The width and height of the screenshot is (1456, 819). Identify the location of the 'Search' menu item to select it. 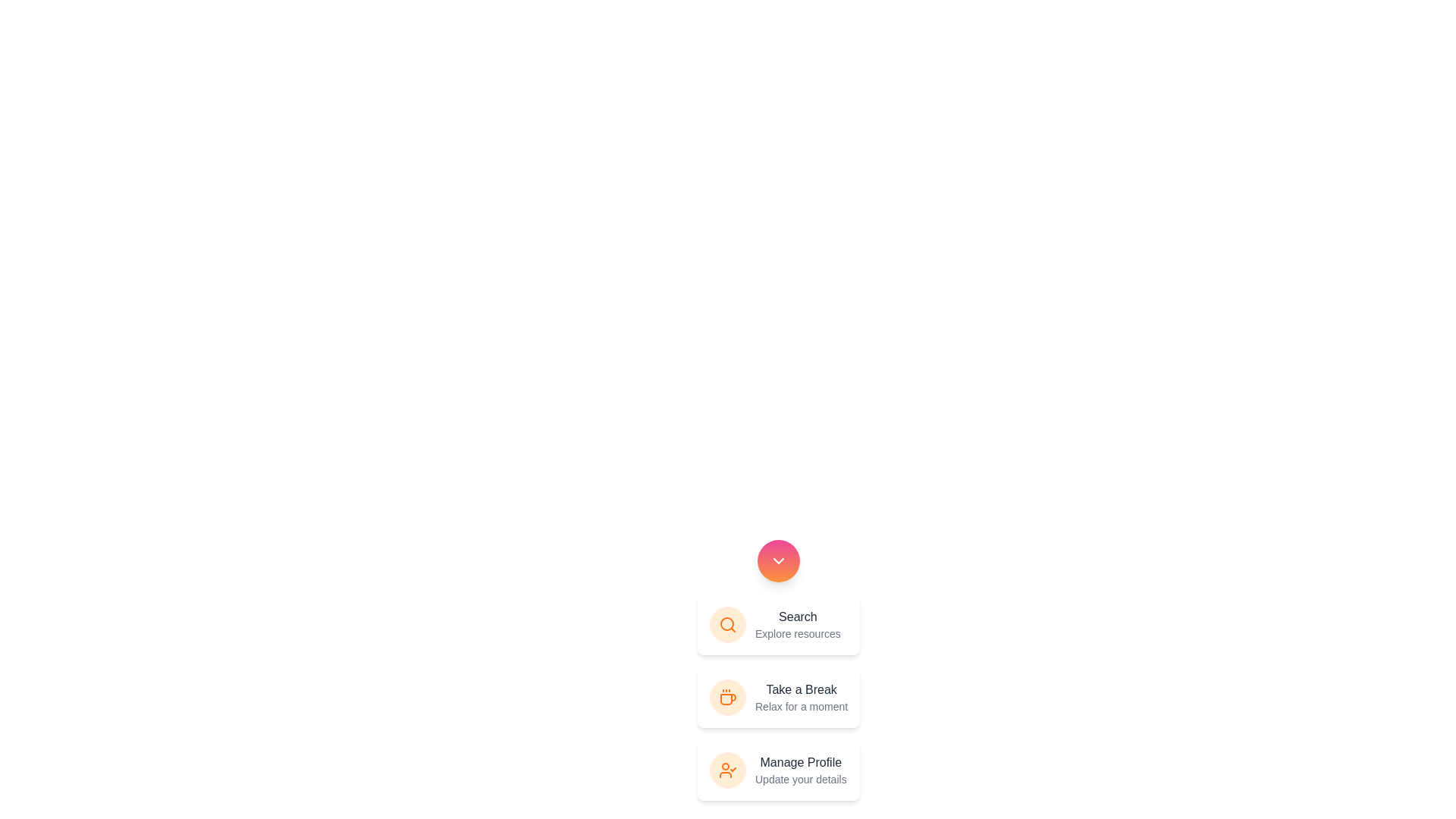
(796, 617).